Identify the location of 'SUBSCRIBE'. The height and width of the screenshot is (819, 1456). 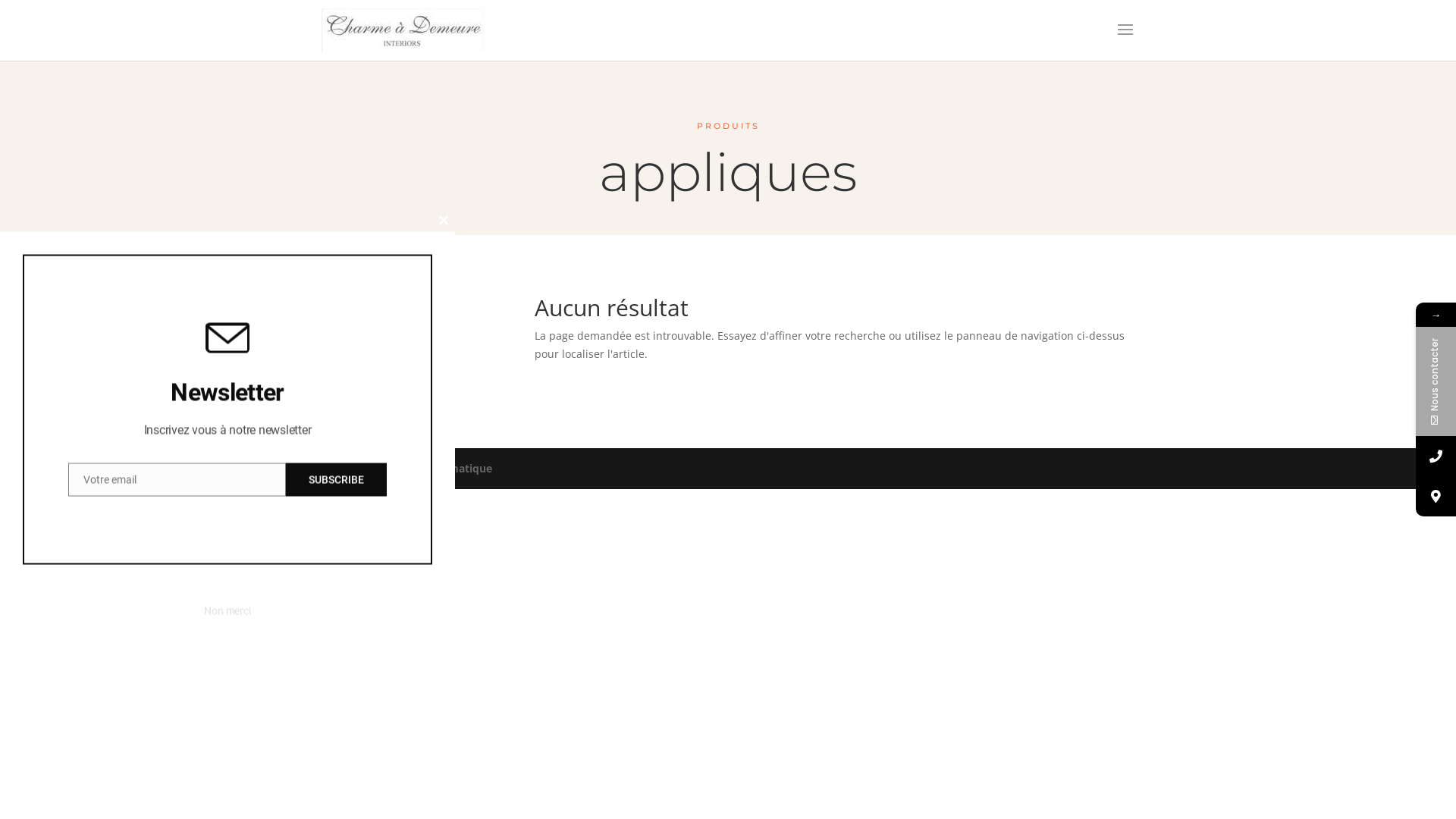
(286, 479).